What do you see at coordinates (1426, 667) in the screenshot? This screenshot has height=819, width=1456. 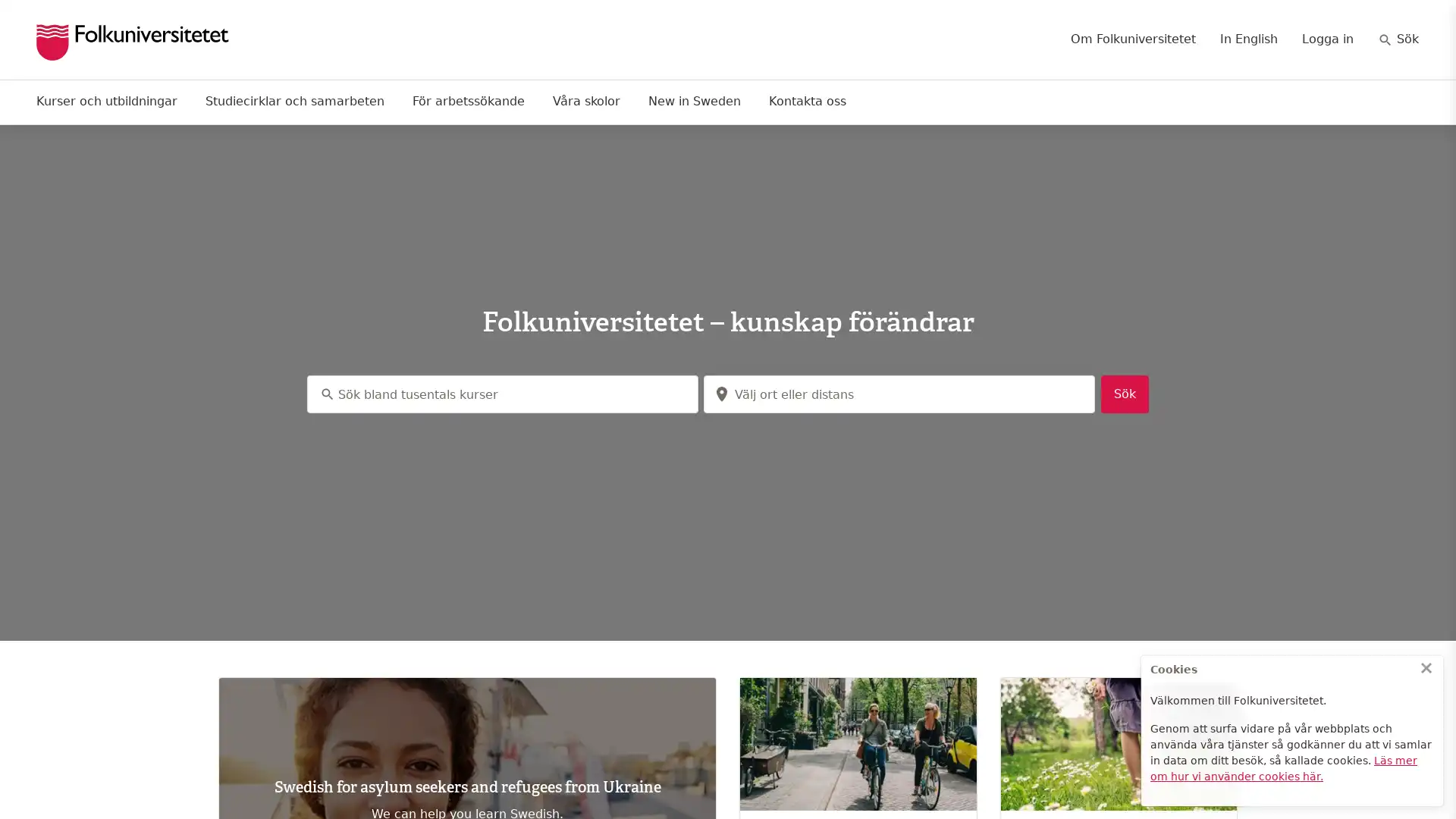 I see `Stang` at bounding box center [1426, 667].